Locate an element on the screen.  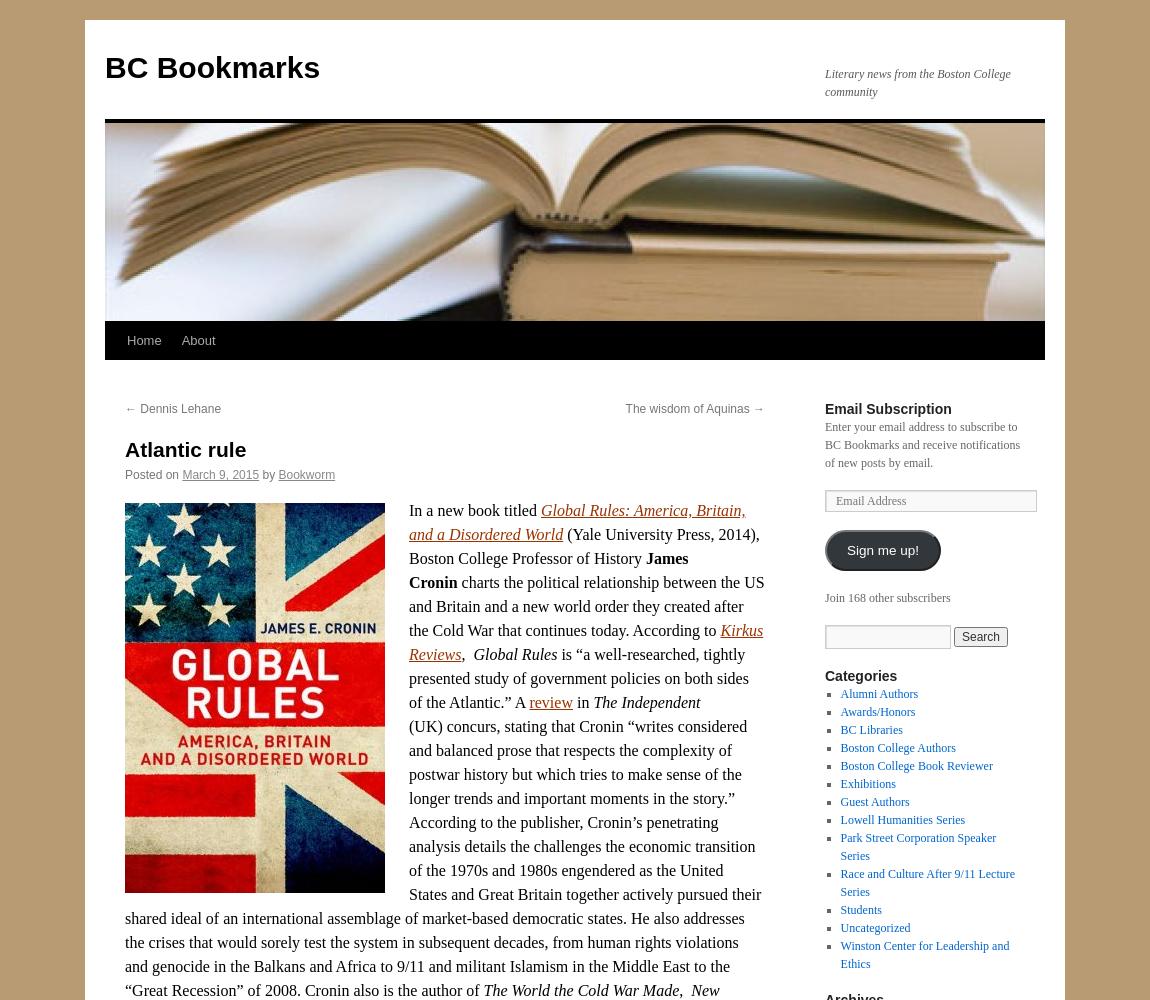
'The World the Cold War Made' is located at coordinates (579, 989).